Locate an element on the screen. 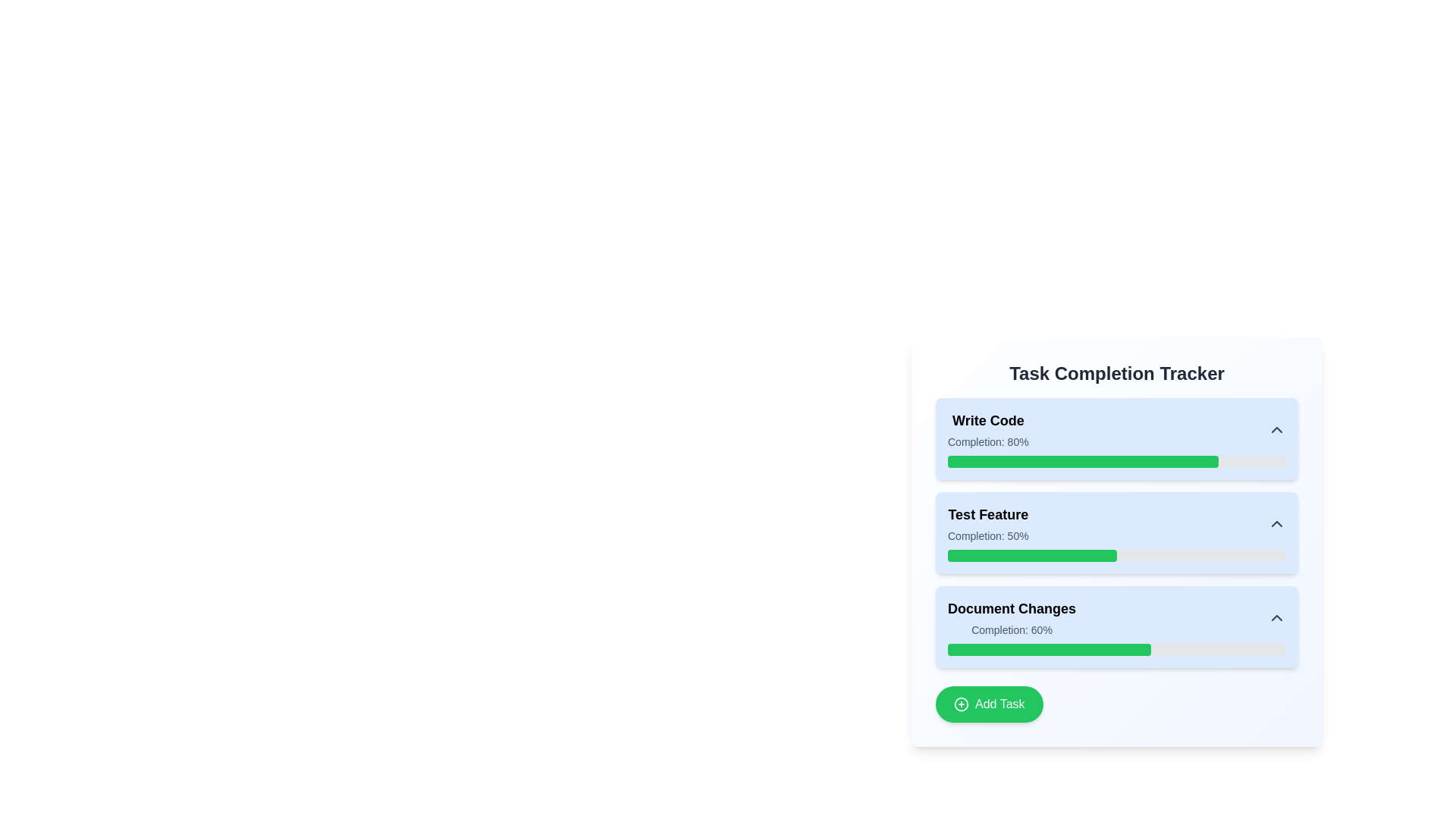 The image size is (1456, 819). the 'Document Changes' text label located at the top of the 'Document Changes' card is located at coordinates (1012, 607).